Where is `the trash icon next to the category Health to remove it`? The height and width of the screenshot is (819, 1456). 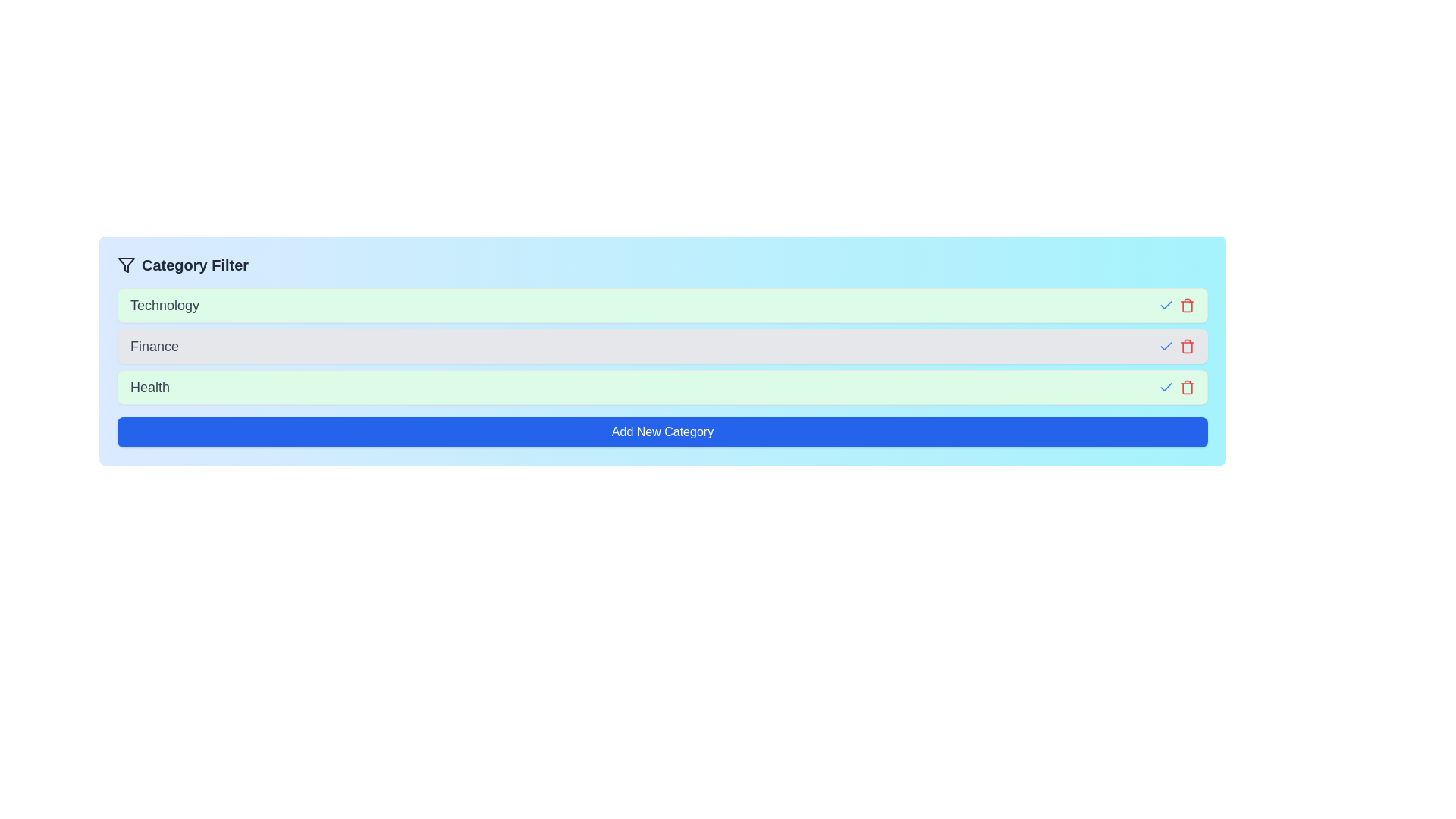 the trash icon next to the category Health to remove it is located at coordinates (1186, 386).